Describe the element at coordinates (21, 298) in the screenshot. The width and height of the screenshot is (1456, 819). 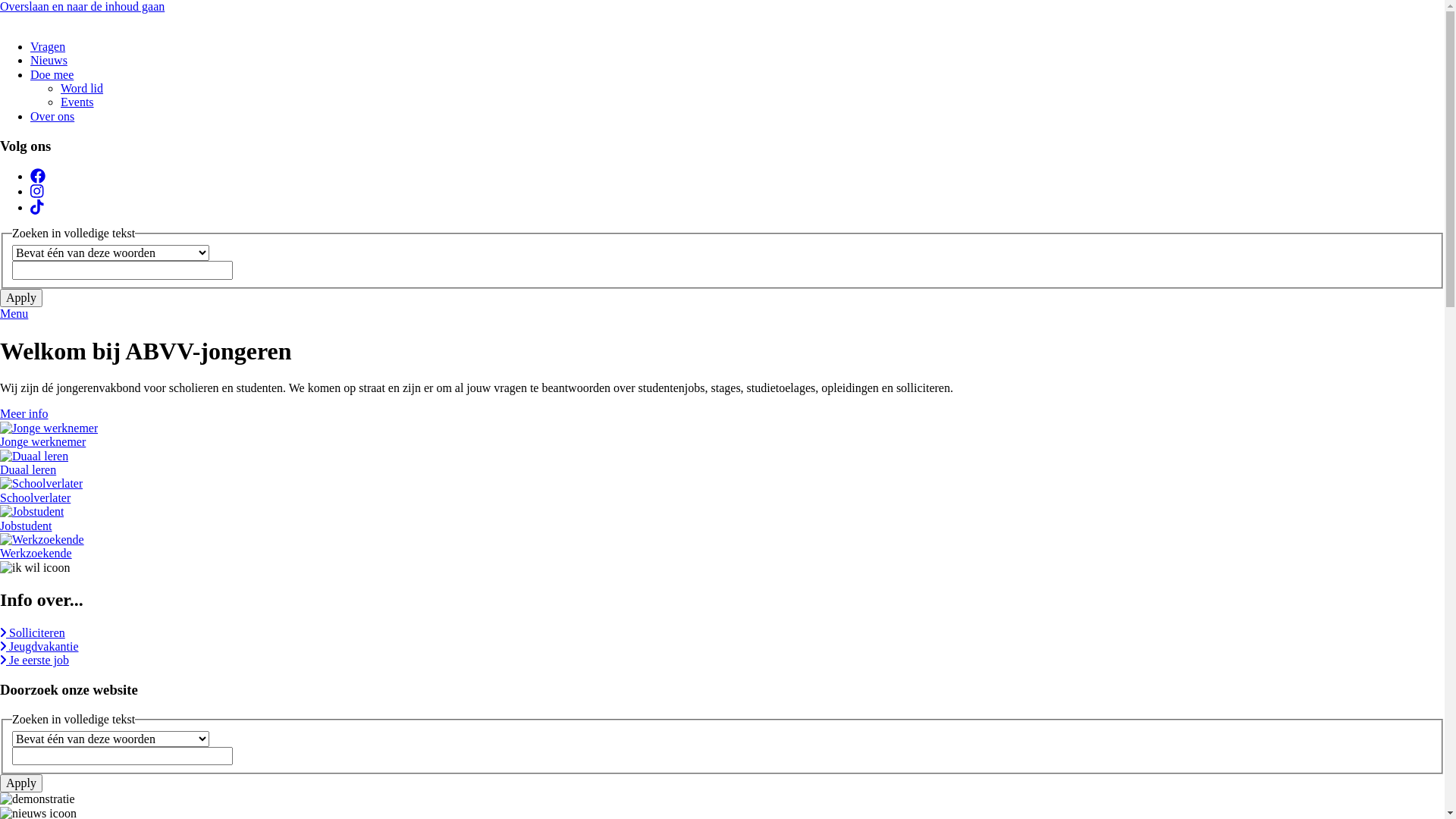
I see `'Apply'` at that location.